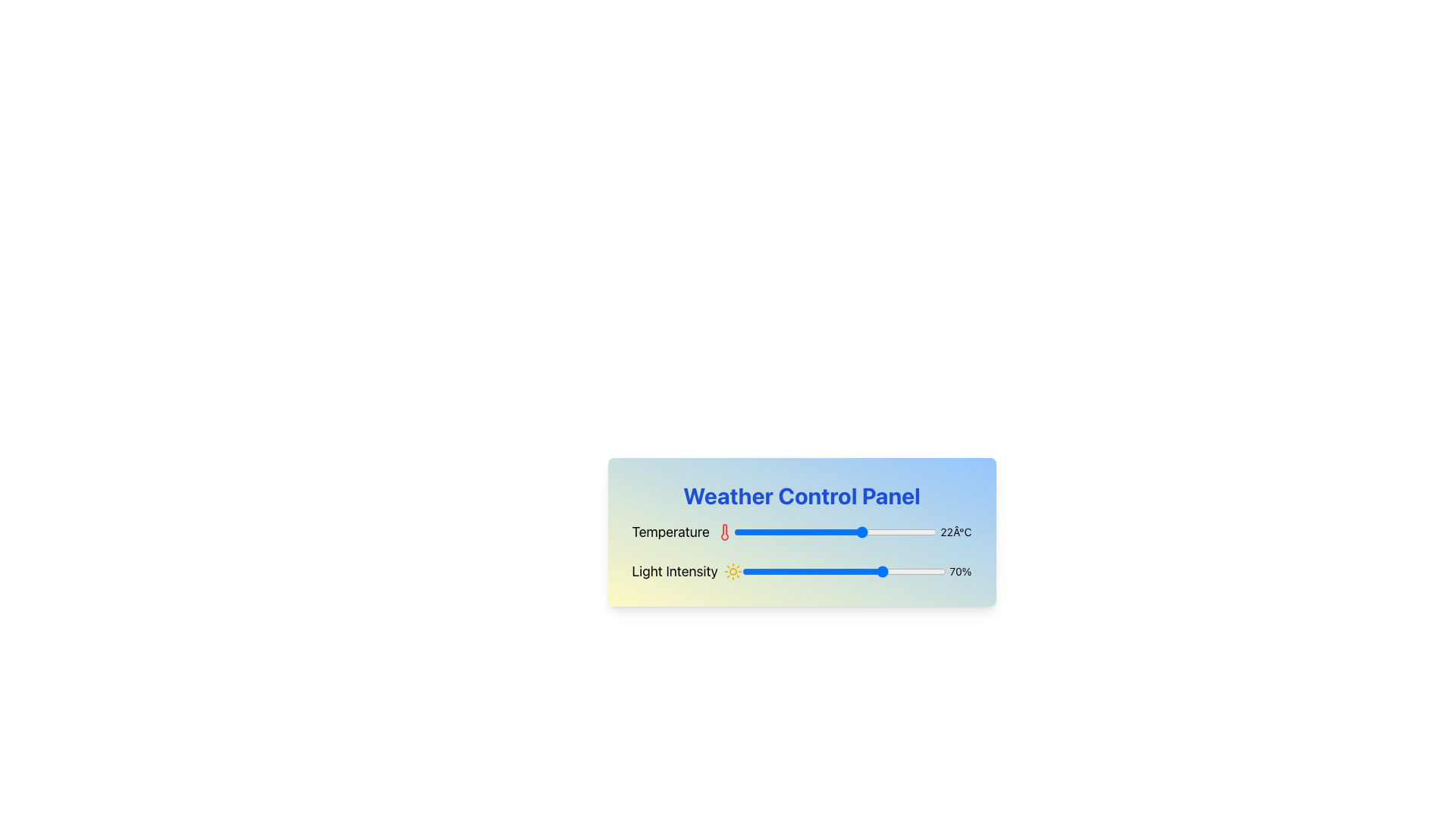 The image size is (1456, 819). What do you see at coordinates (806, 532) in the screenshot?
I see `the temperature slider` at bounding box center [806, 532].